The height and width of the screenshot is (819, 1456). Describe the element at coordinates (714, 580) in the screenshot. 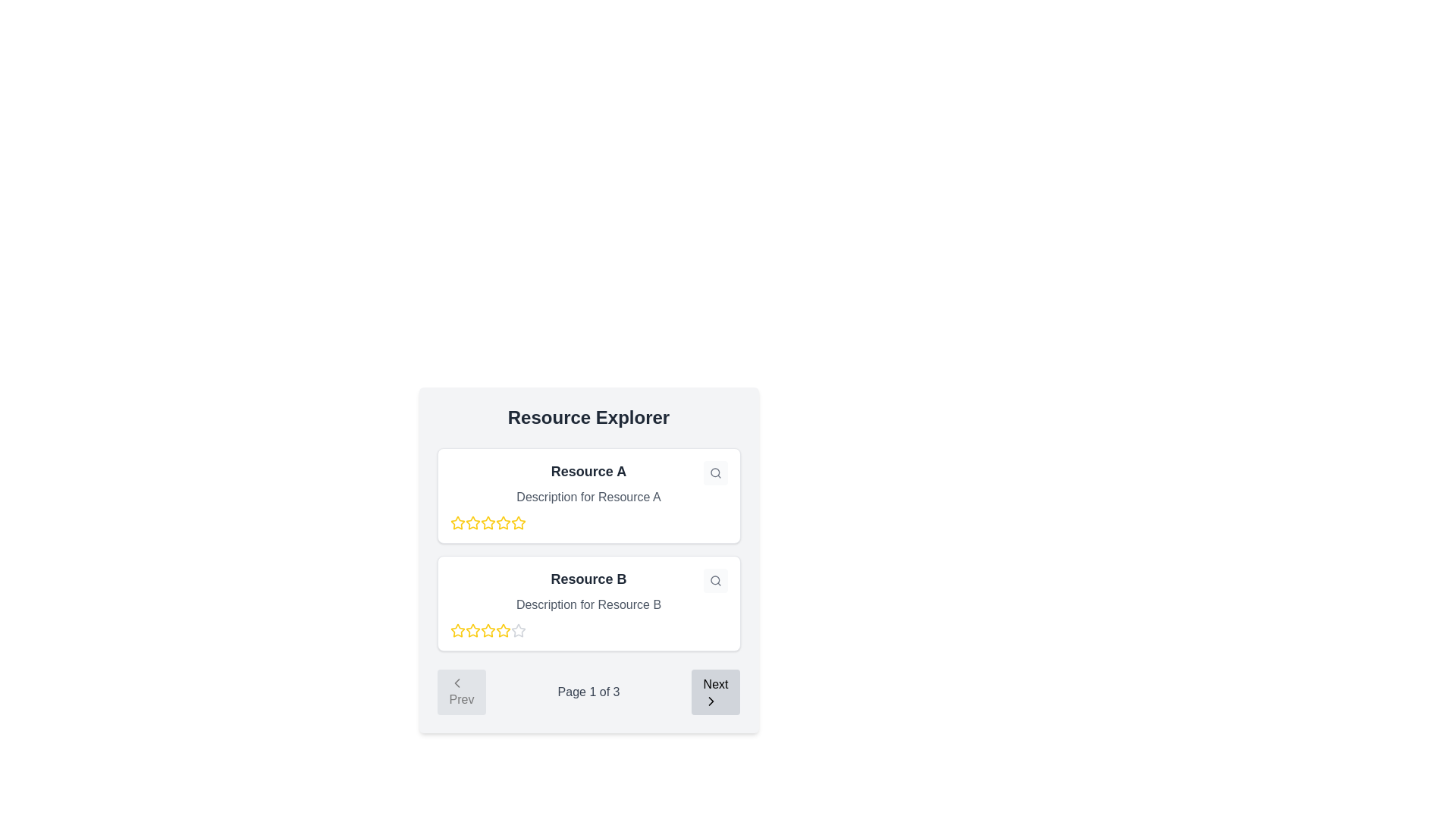

I see `the button located at the top-right of the 'Resource B' card to initiate a search or open details` at that location.